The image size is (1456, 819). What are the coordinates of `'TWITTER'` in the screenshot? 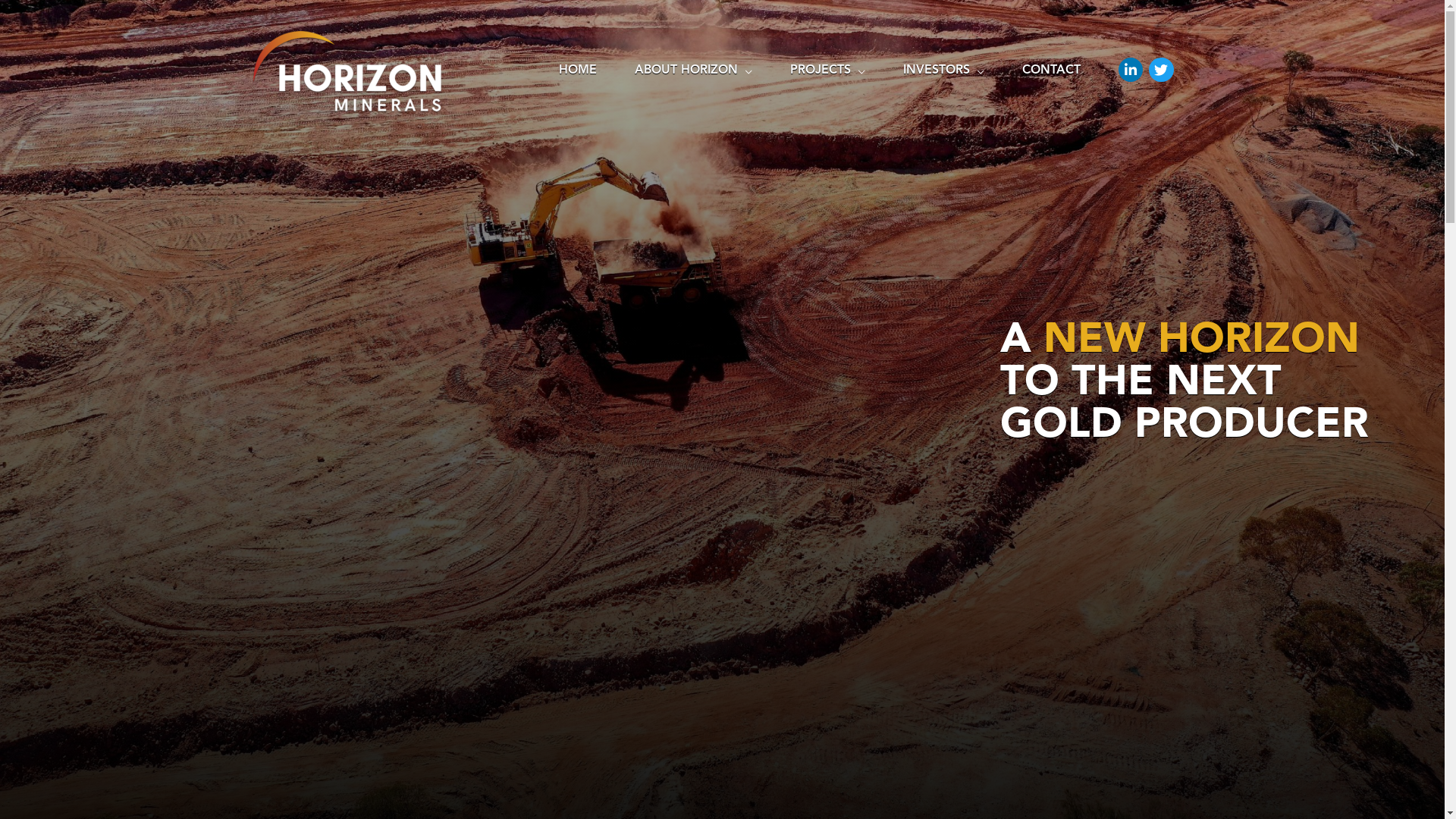 It's located at (1149, 70).